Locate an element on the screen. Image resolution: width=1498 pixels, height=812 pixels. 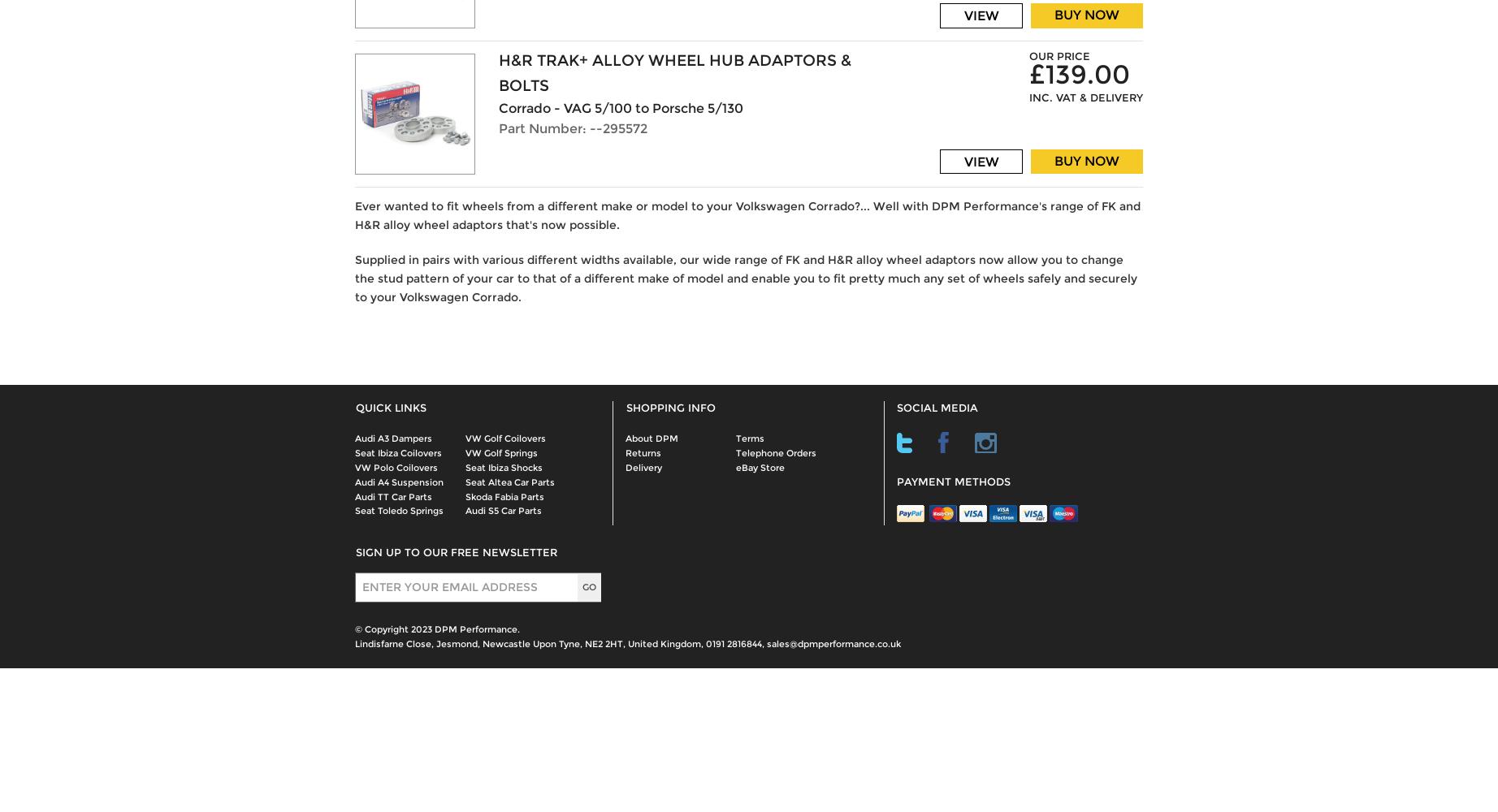
'Audi A4 Suspension' is located at coordinates (399, 481).